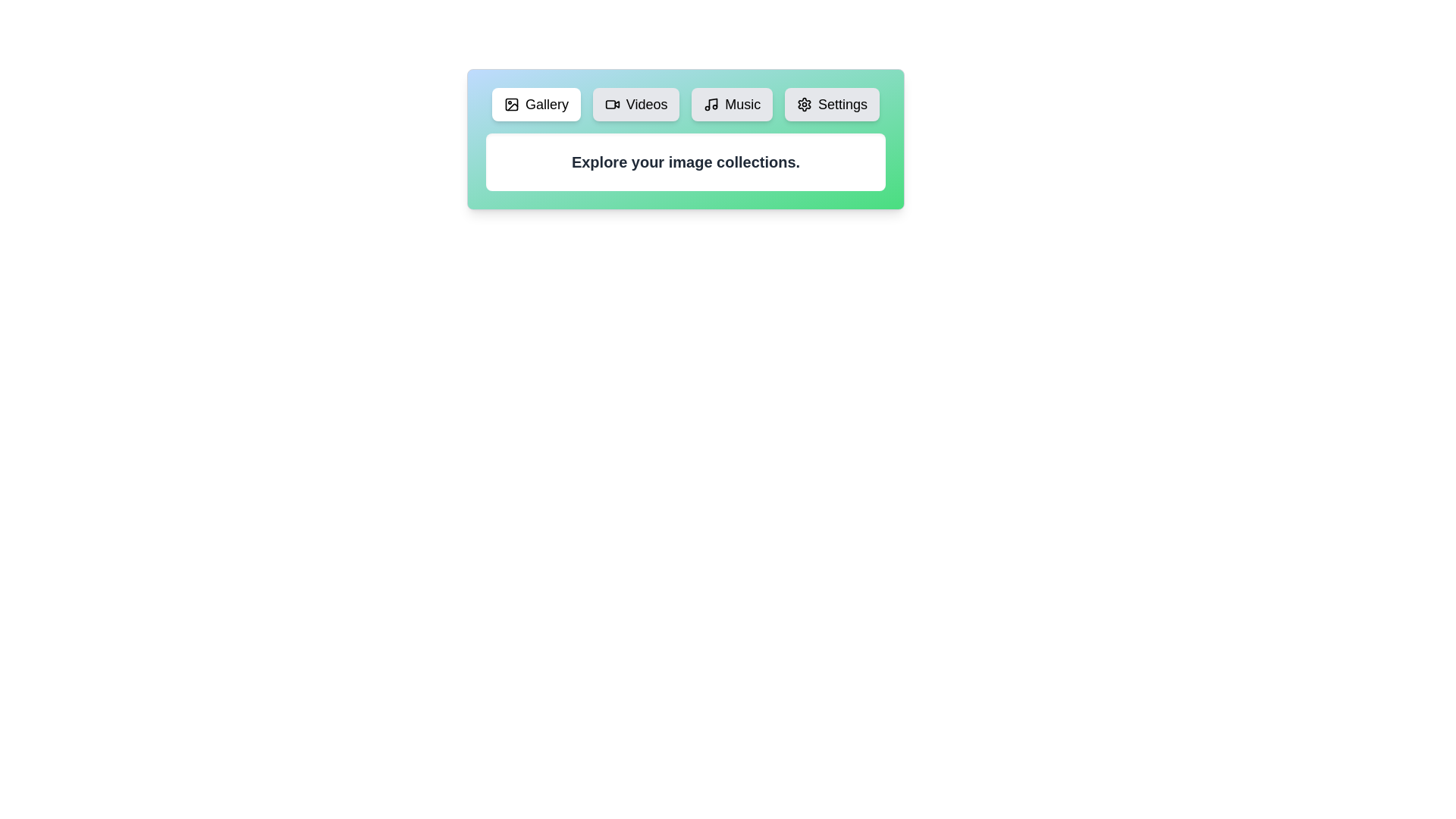  I want to click on the tab labeled Gallery to observe its hover effect, so click(536, 104).